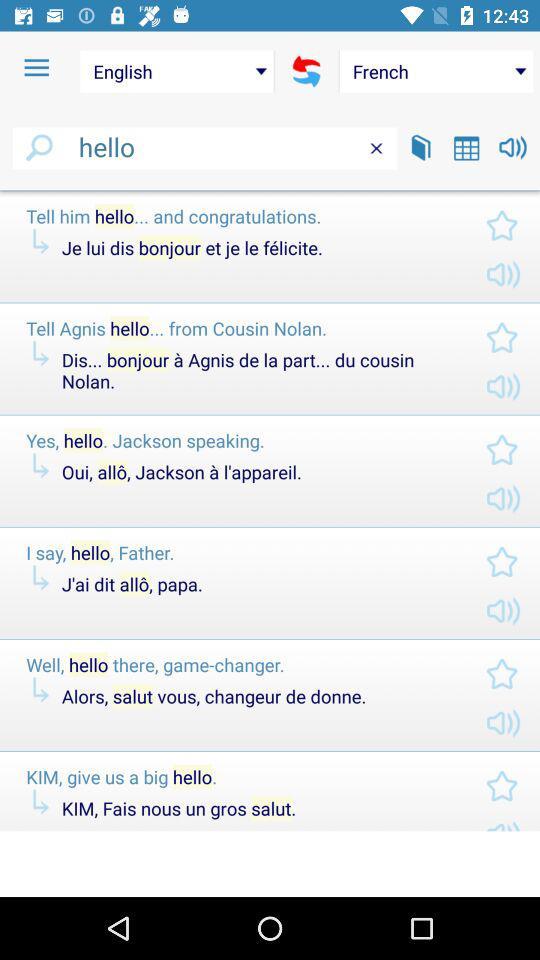 This screenshot has width=540, height=960. Describe the element at coordinates (376, 147) in the screenshot. I see `the close icon` at that location.